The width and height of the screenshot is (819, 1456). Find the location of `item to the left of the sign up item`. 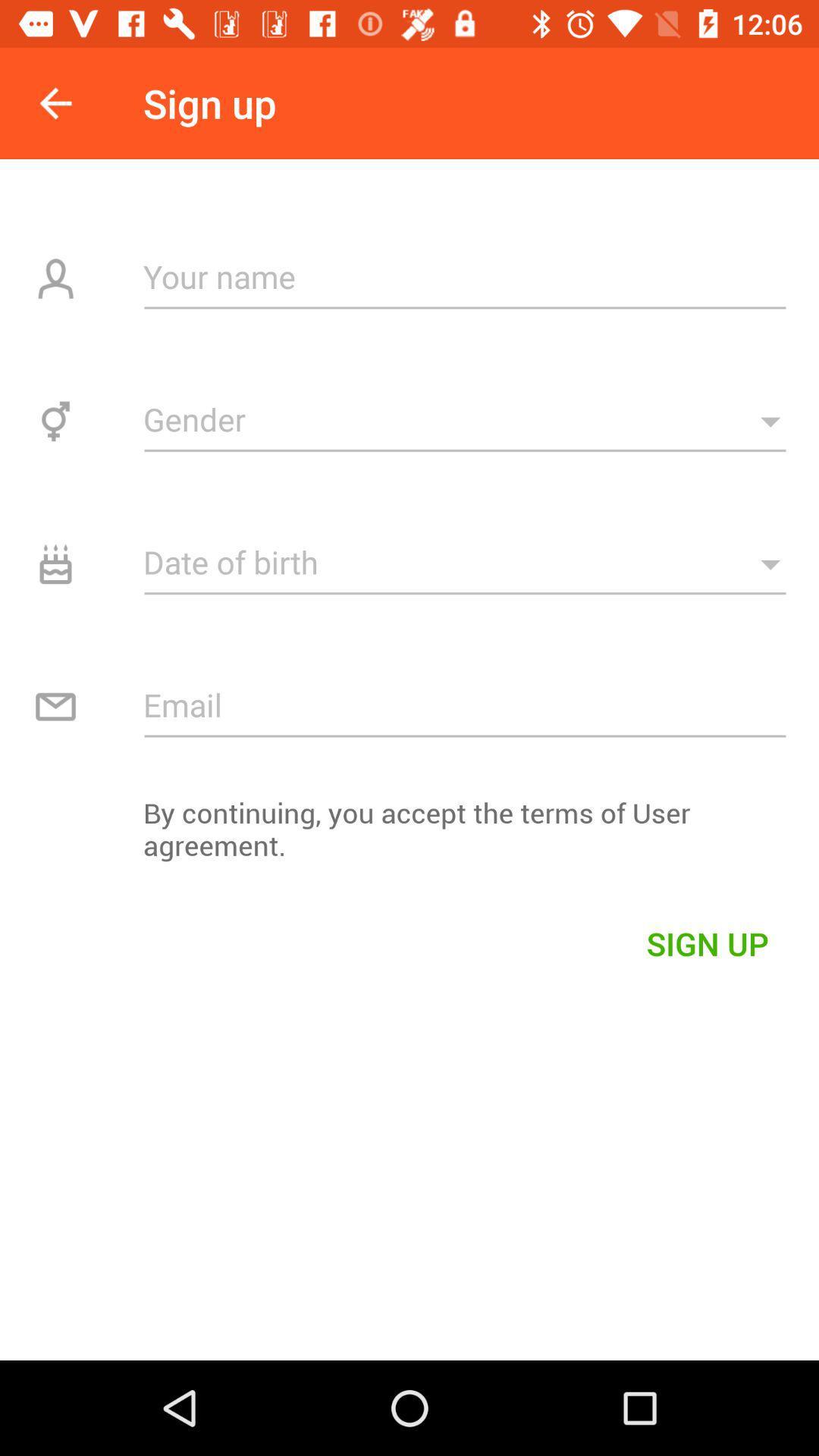

item to the left of the sign up item is located at coordinates (55, 102).